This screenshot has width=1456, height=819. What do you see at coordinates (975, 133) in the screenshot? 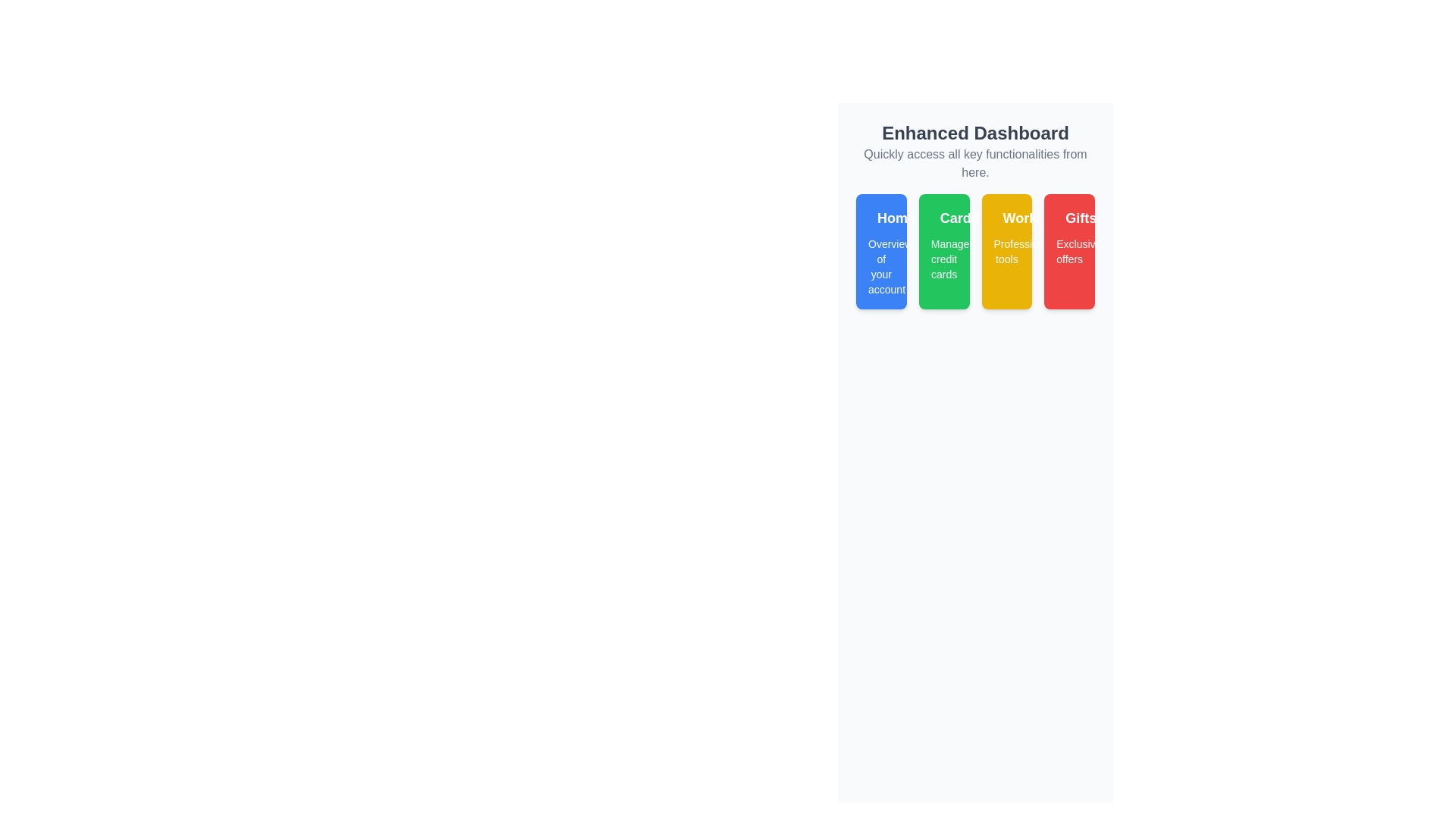
I see `the bold headline element styled in a serif font with dark gray text reading 'Enhanced Dashboard', positioned at the top of the right section of the interface` at bounding box center [975, 133].